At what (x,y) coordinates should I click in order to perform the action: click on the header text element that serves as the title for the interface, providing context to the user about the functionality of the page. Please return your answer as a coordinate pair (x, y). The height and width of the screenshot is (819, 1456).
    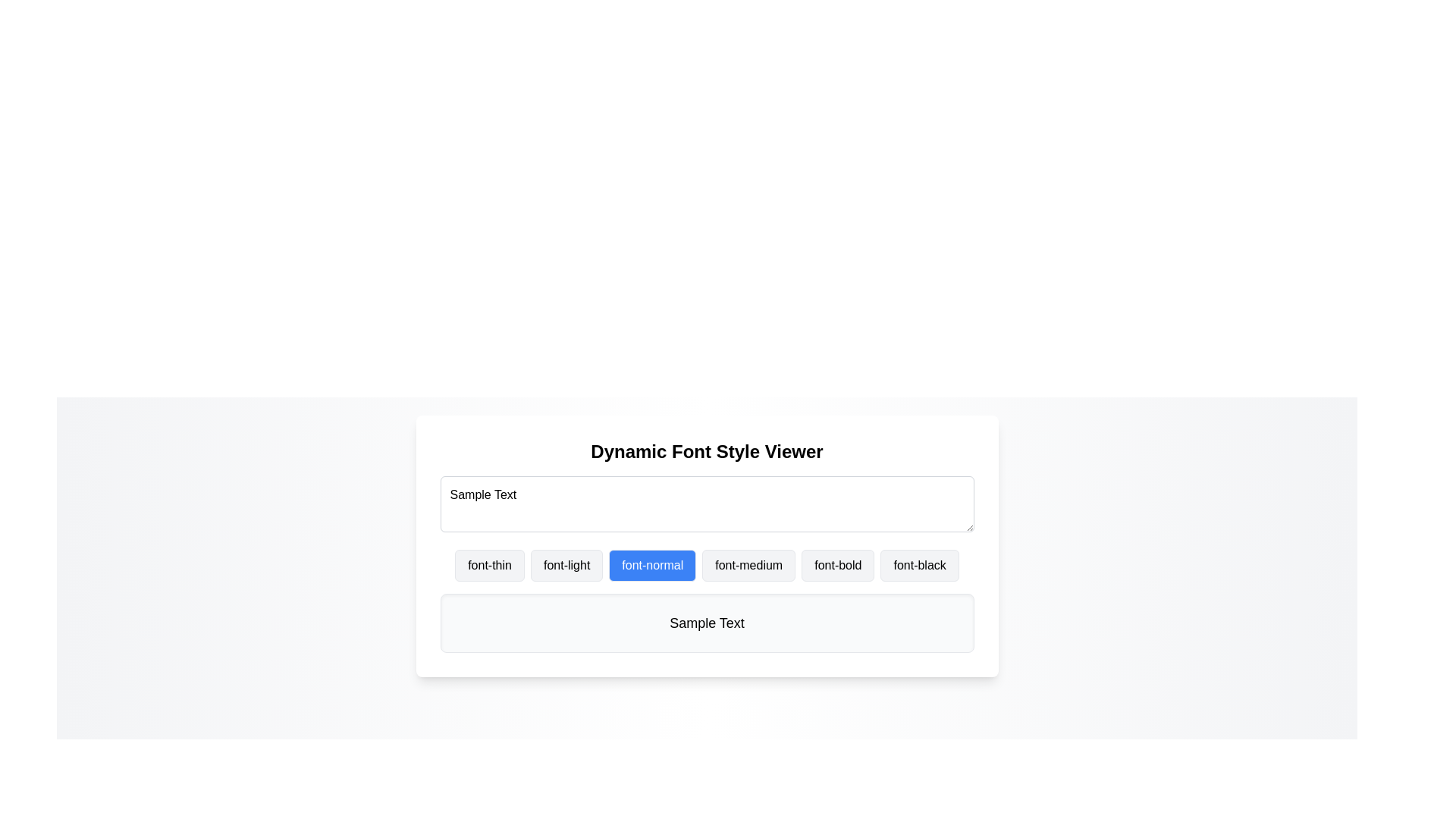
    Looking at the image, I should click on (706, 451).